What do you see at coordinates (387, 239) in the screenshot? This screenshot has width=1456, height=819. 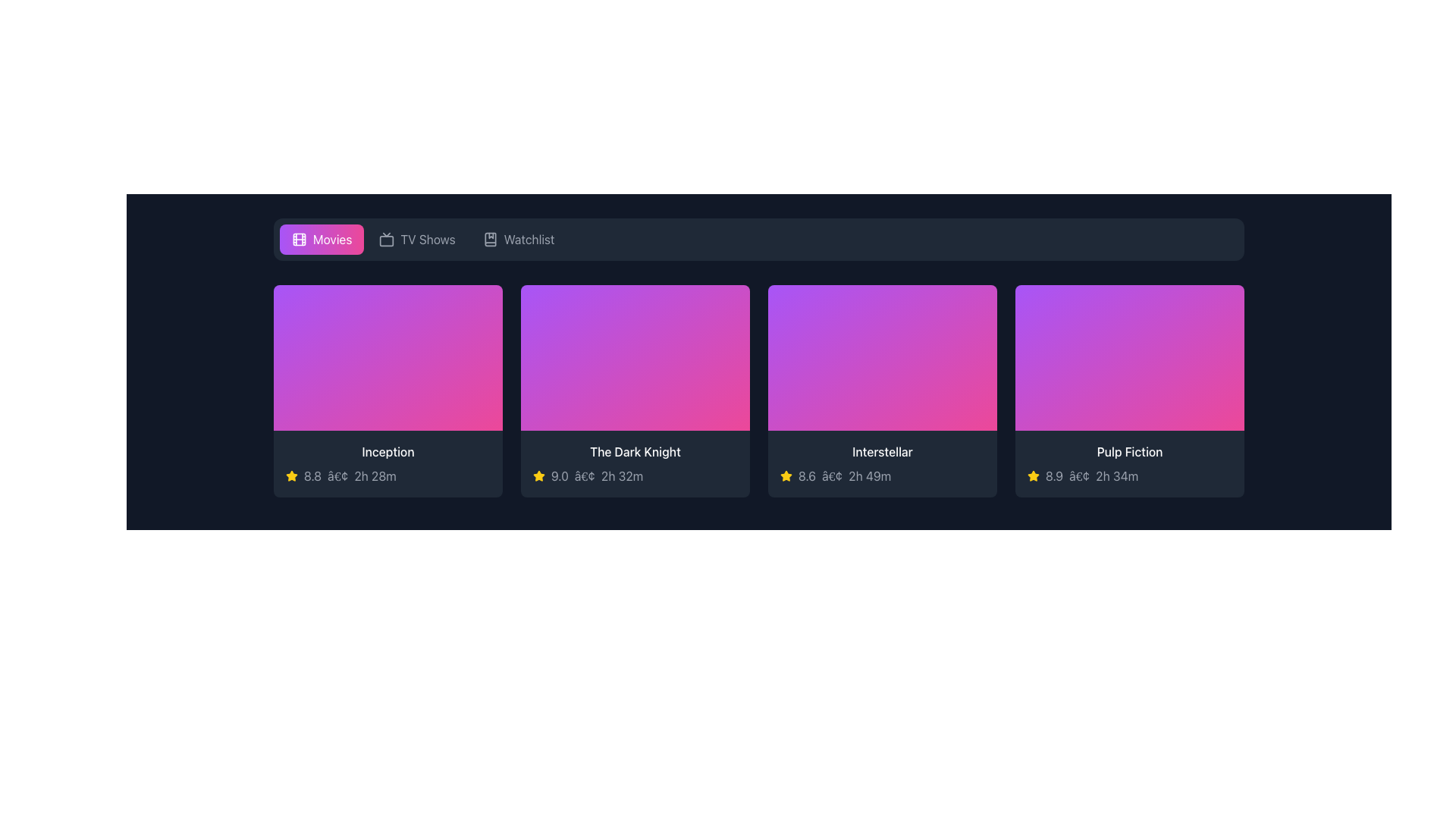 I see `the 'TV Shows' icon located at the top of the interface, second position from the left in the navigation menu` at bounding box center [387, 239].